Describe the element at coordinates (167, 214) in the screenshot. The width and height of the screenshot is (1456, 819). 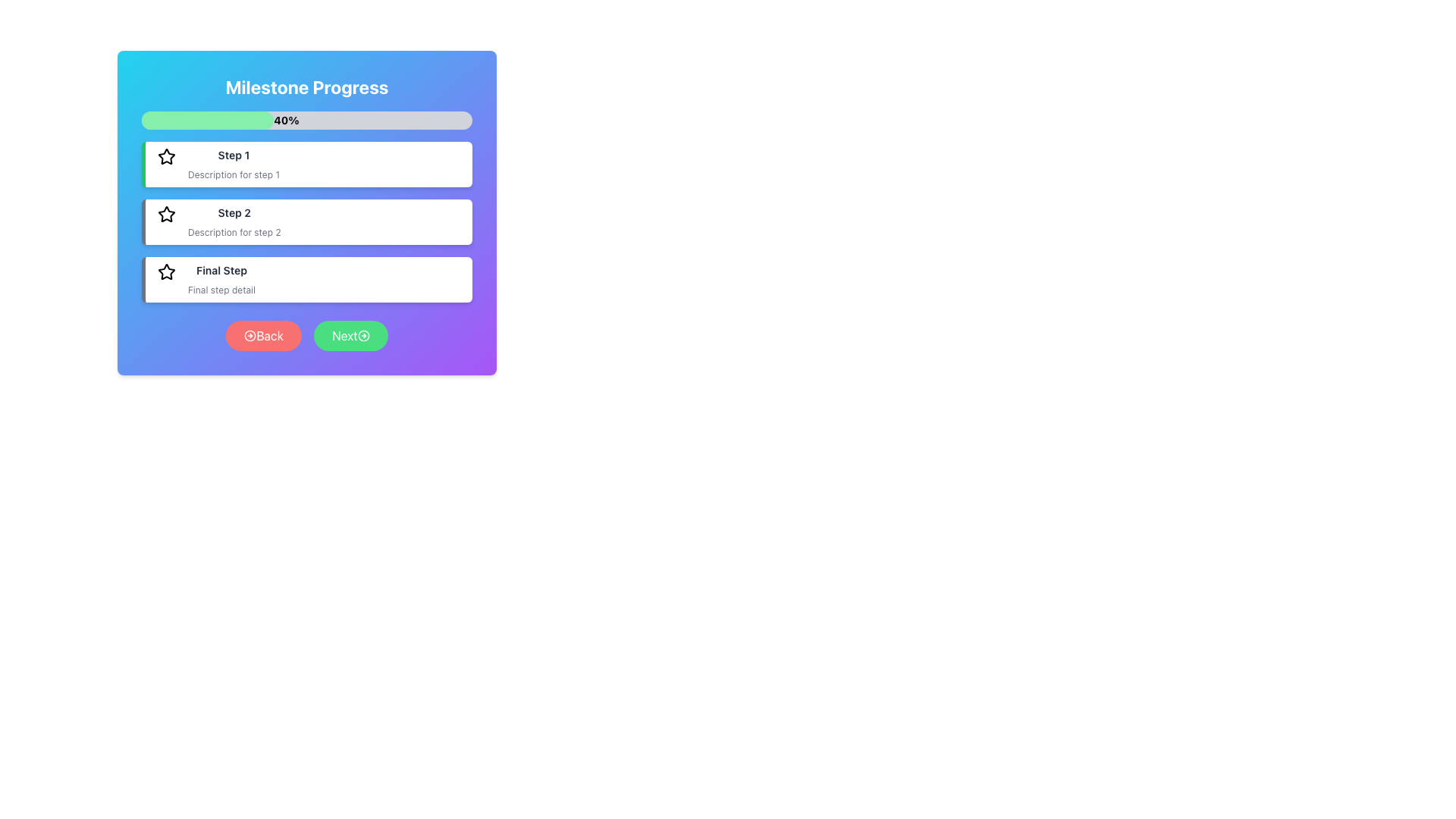
I see `the star icon located at the leftmost side of the 'Step 2' item in the checklist interface` at that location.